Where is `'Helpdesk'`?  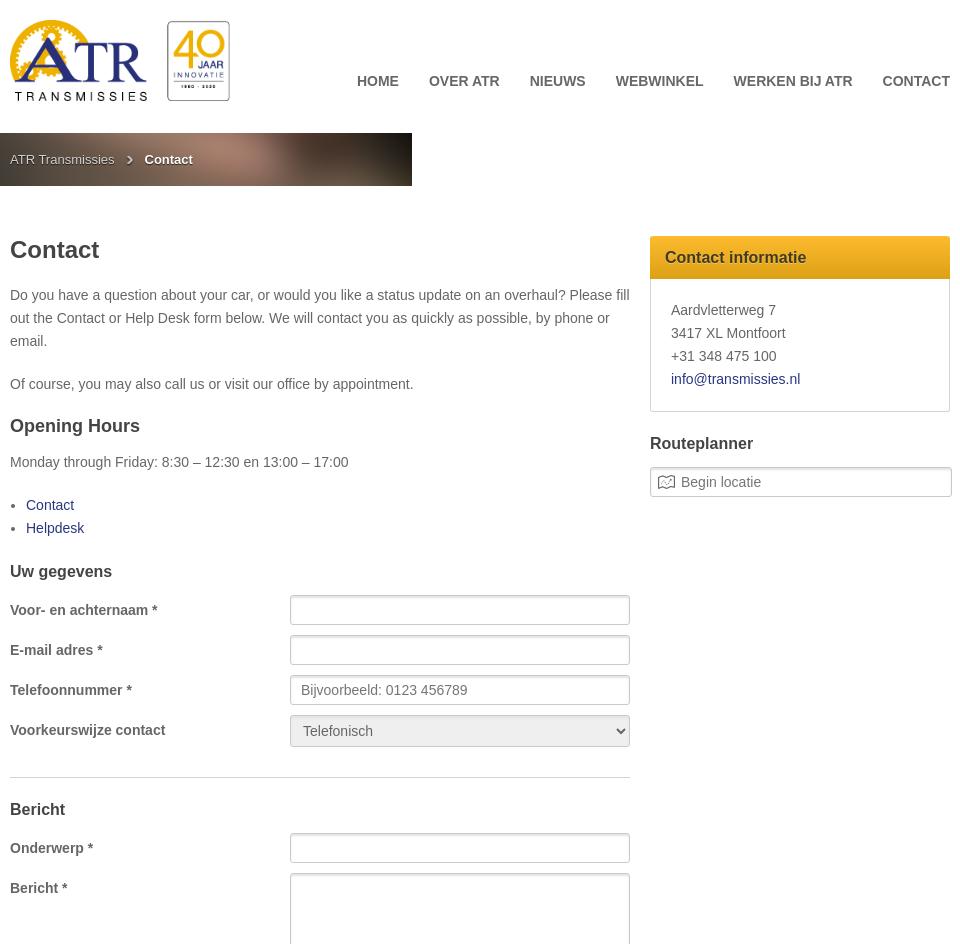
'Helpdesk' is located at coordinates (54, 527).